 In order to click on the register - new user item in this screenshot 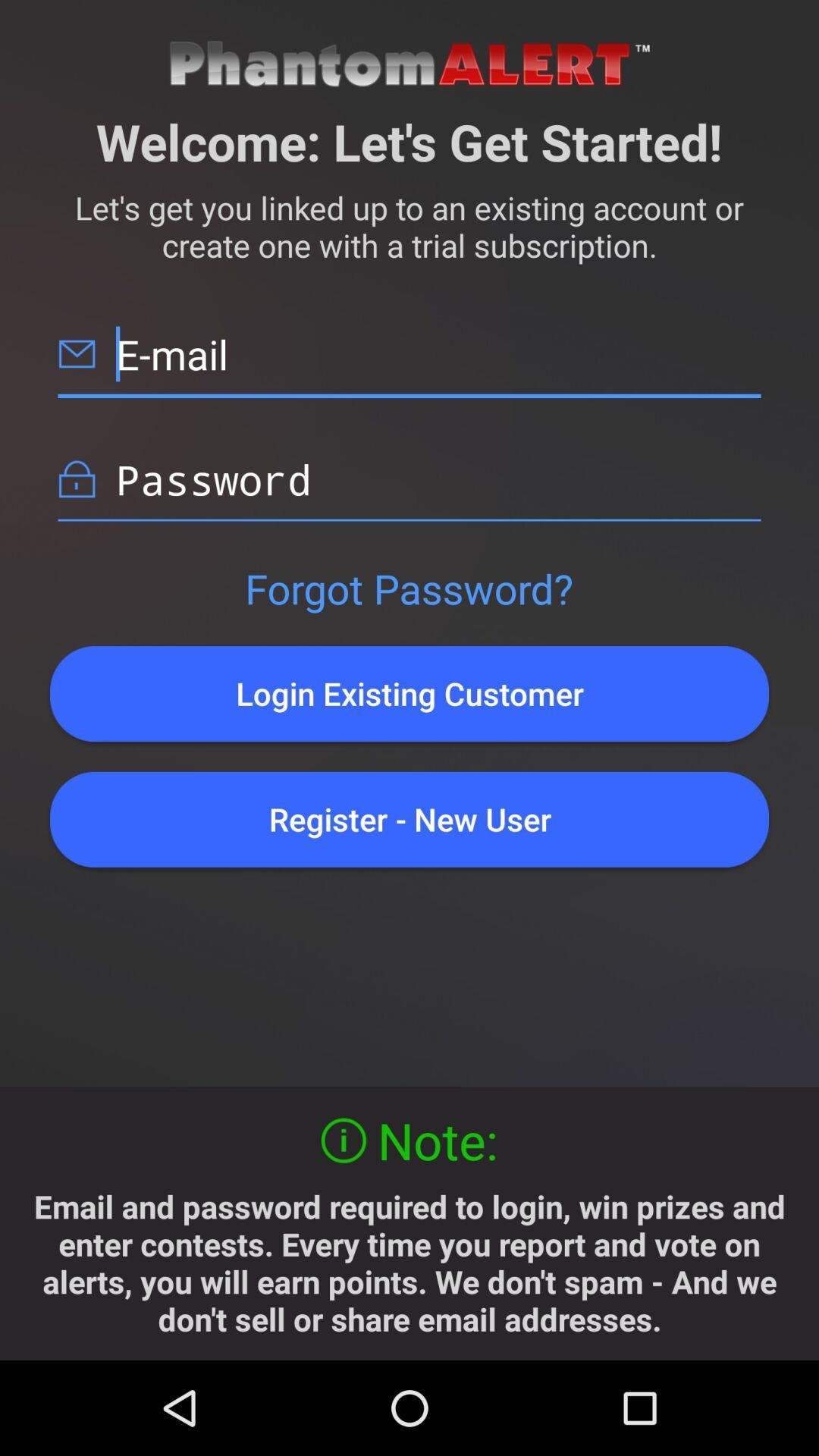, I will do `click(409, 818)`.